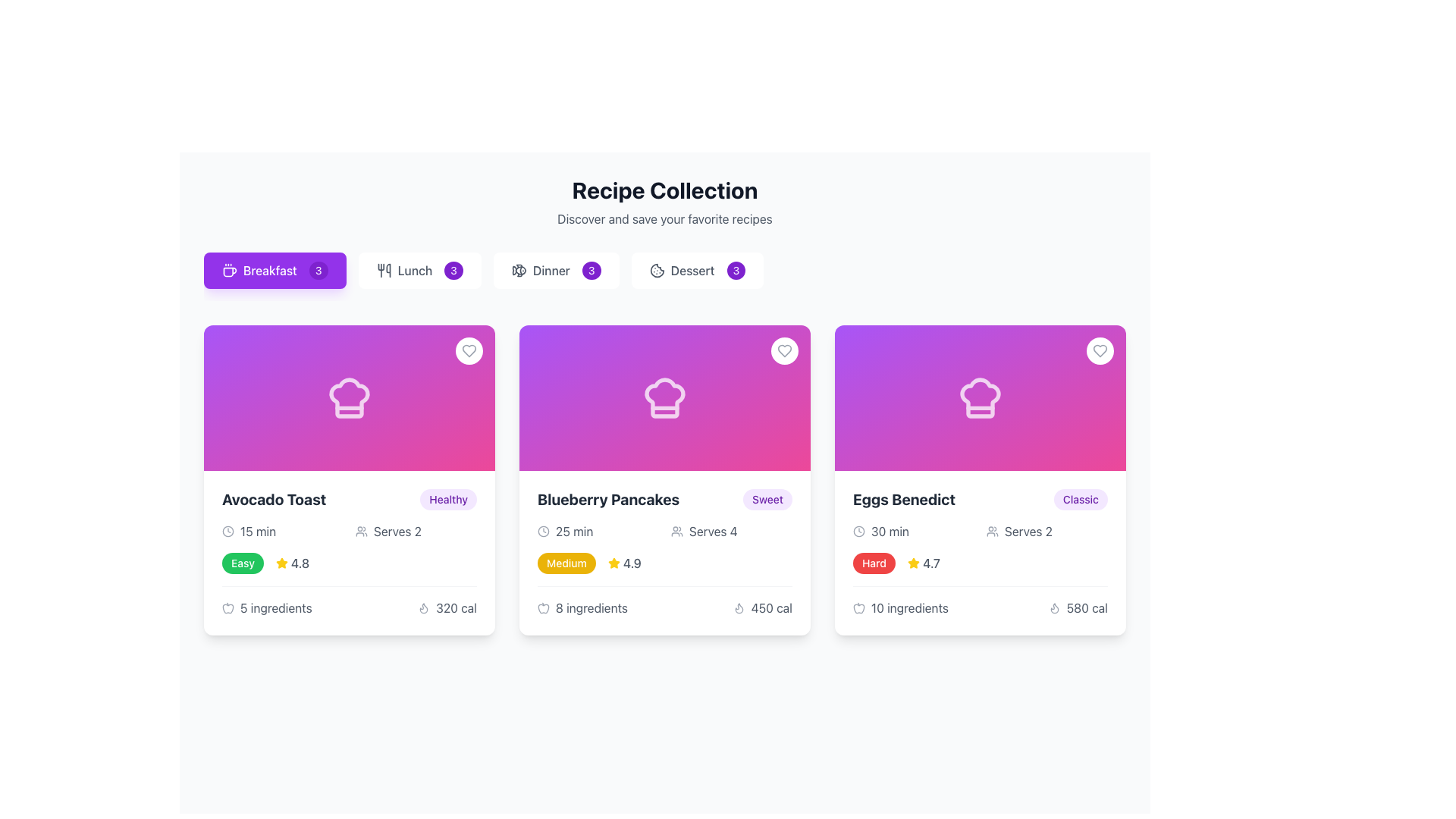  What do you see at coordinates (900, 607) in the screenshot?
I see `the text displaying '10' ingredients for the 'Eggs Benedict' recipe, located below the 'Hard' tag and above the '580 cal' calorie count in its card` at bounding box center [900, 607].